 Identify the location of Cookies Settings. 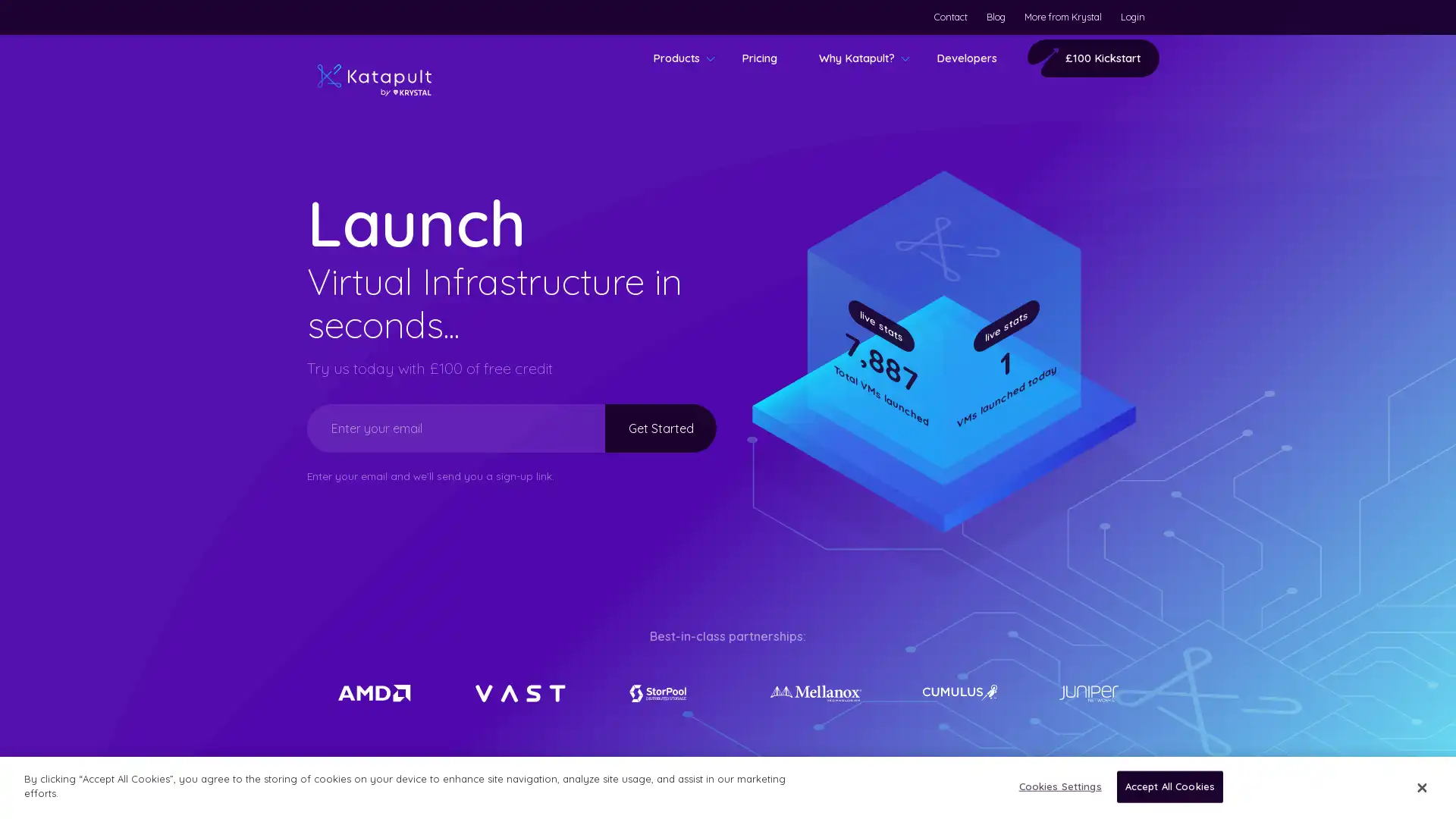
(1055, 786).